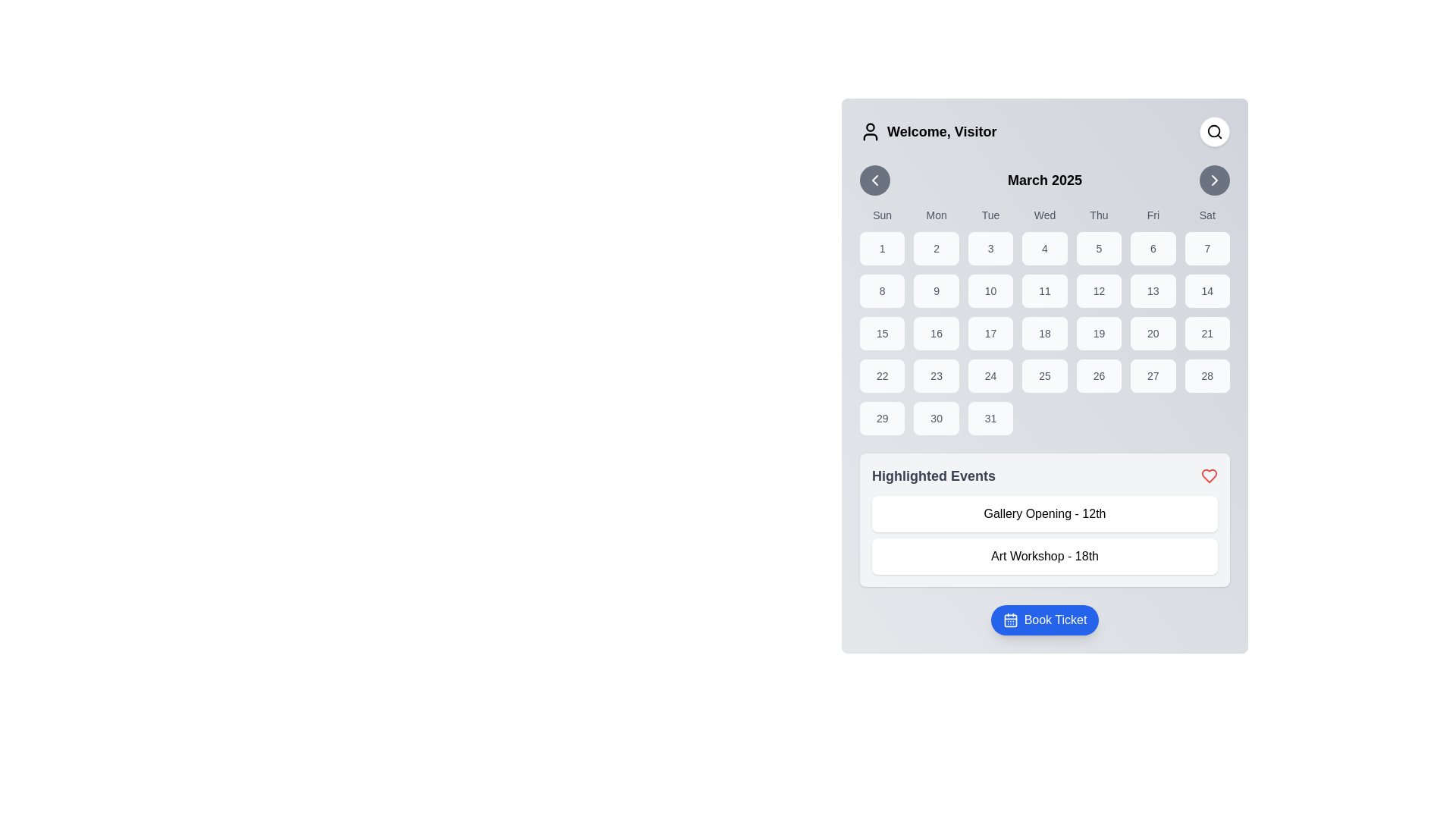 This screenshot has width=1456, height=819. What do you see at coordinates (1043, 247) in the screenshot?
I see `the calendar day cell for Wednesday, which has a light-gray background and displays the number '4' centered` at bounding box center [1043, 247].